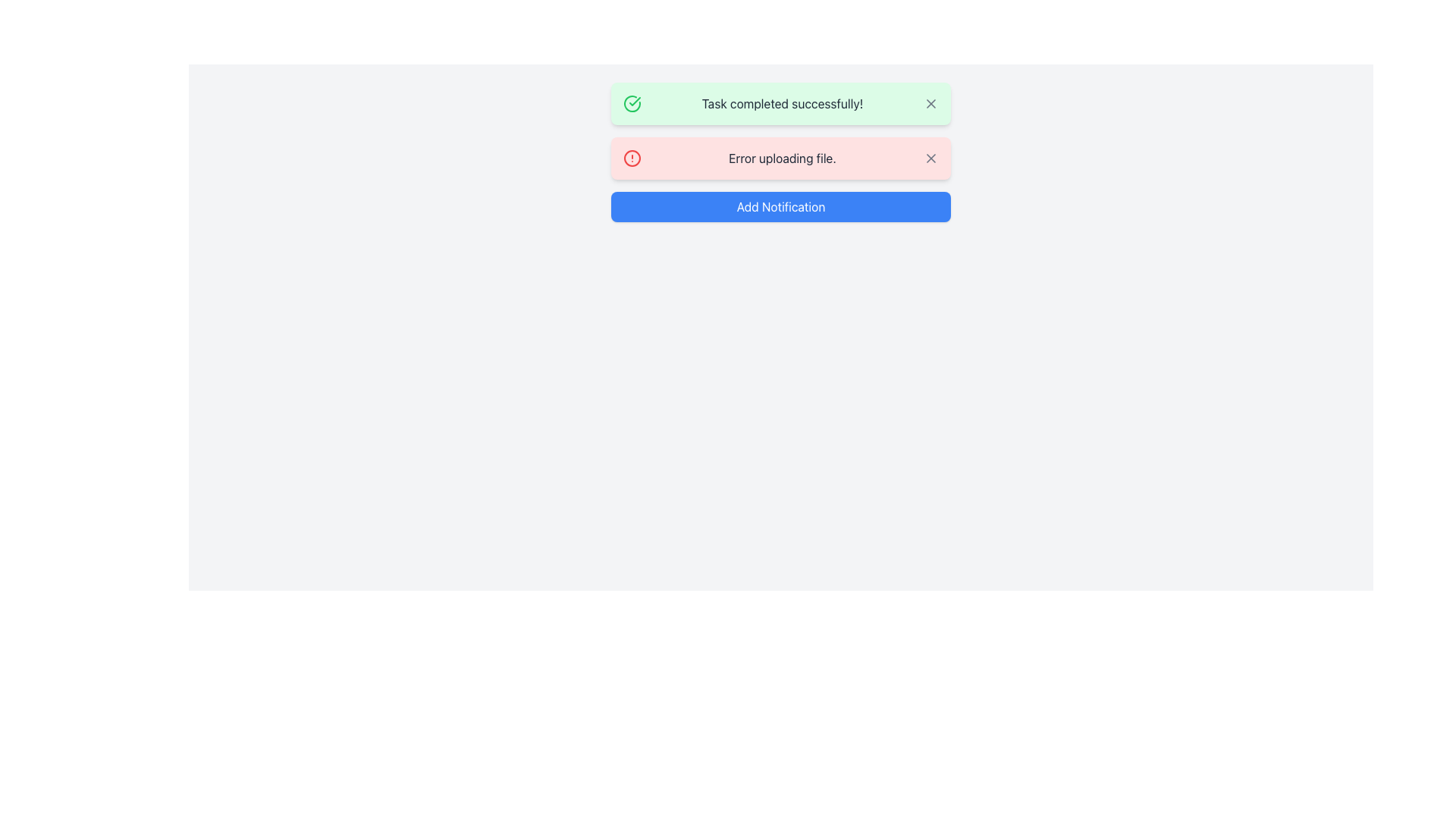 The height and width of the screenshot is (819, 1456). I want to click on error message displayed in the informational text label located within the second notification card, which has a red background and is centrally aligned following a red icon, so click(783, 158).